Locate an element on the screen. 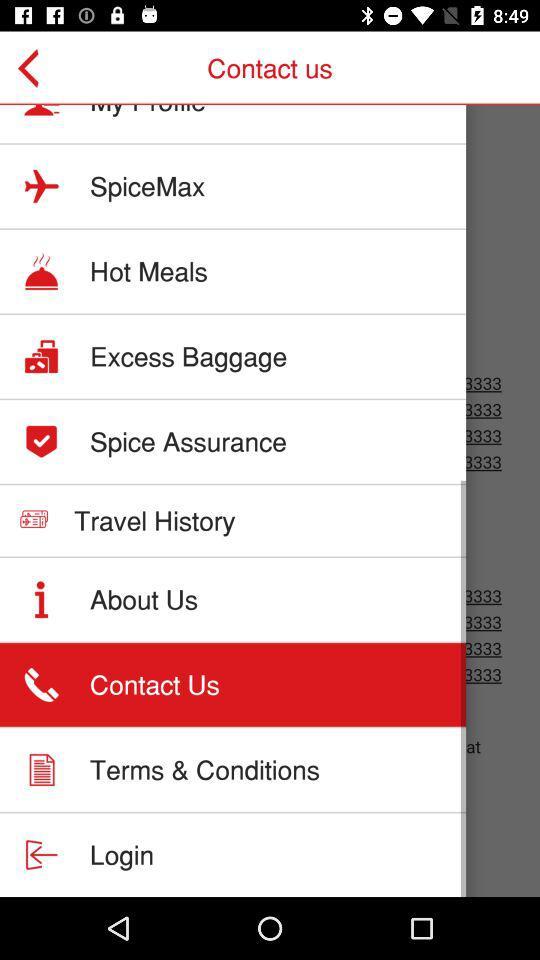 This screenshot has width=540, height=960. item next to the my profile is located at coordinates (36, 68).